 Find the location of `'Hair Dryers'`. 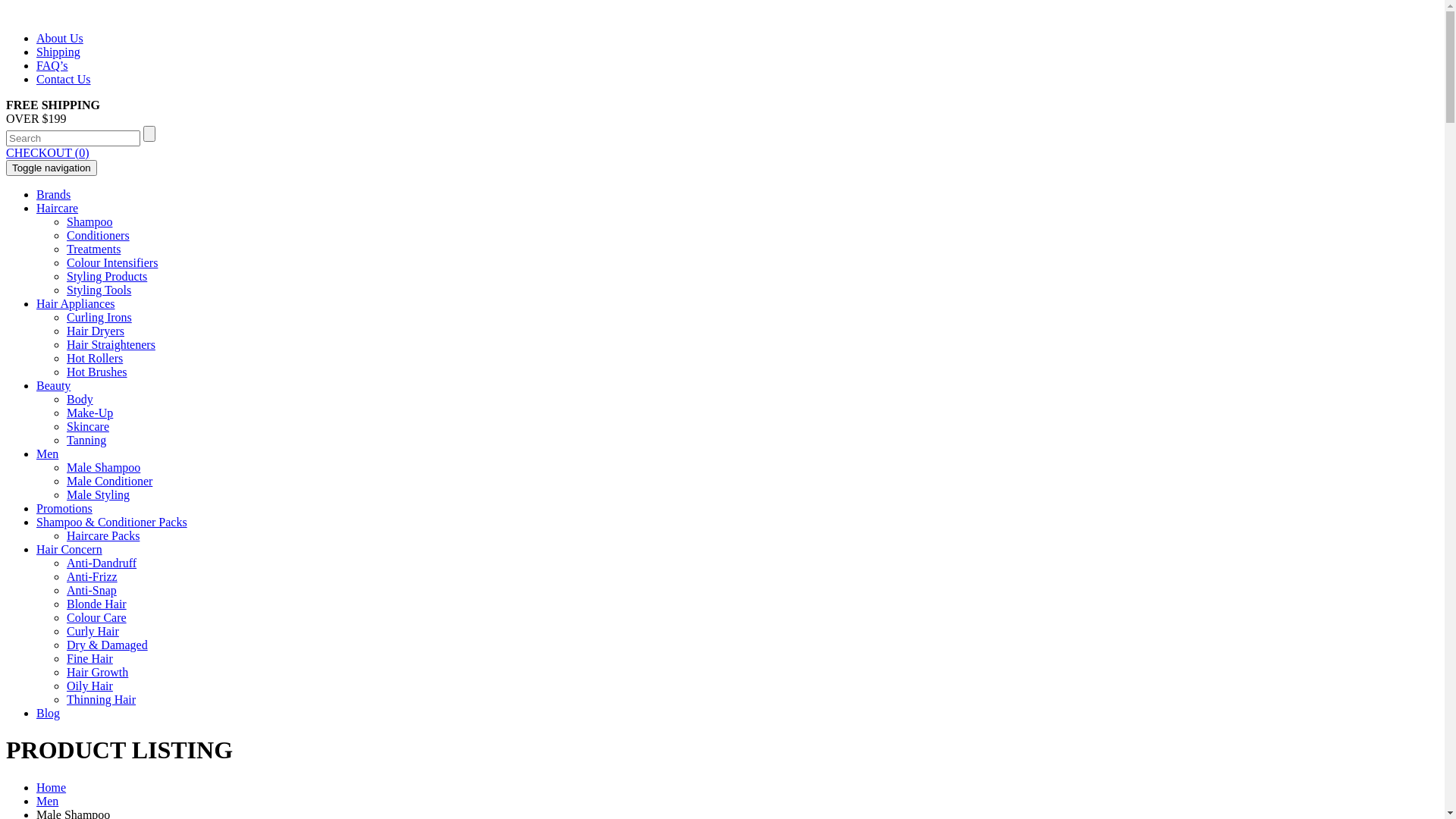

'Hair Dryers' is located at coordinates (94, 330).